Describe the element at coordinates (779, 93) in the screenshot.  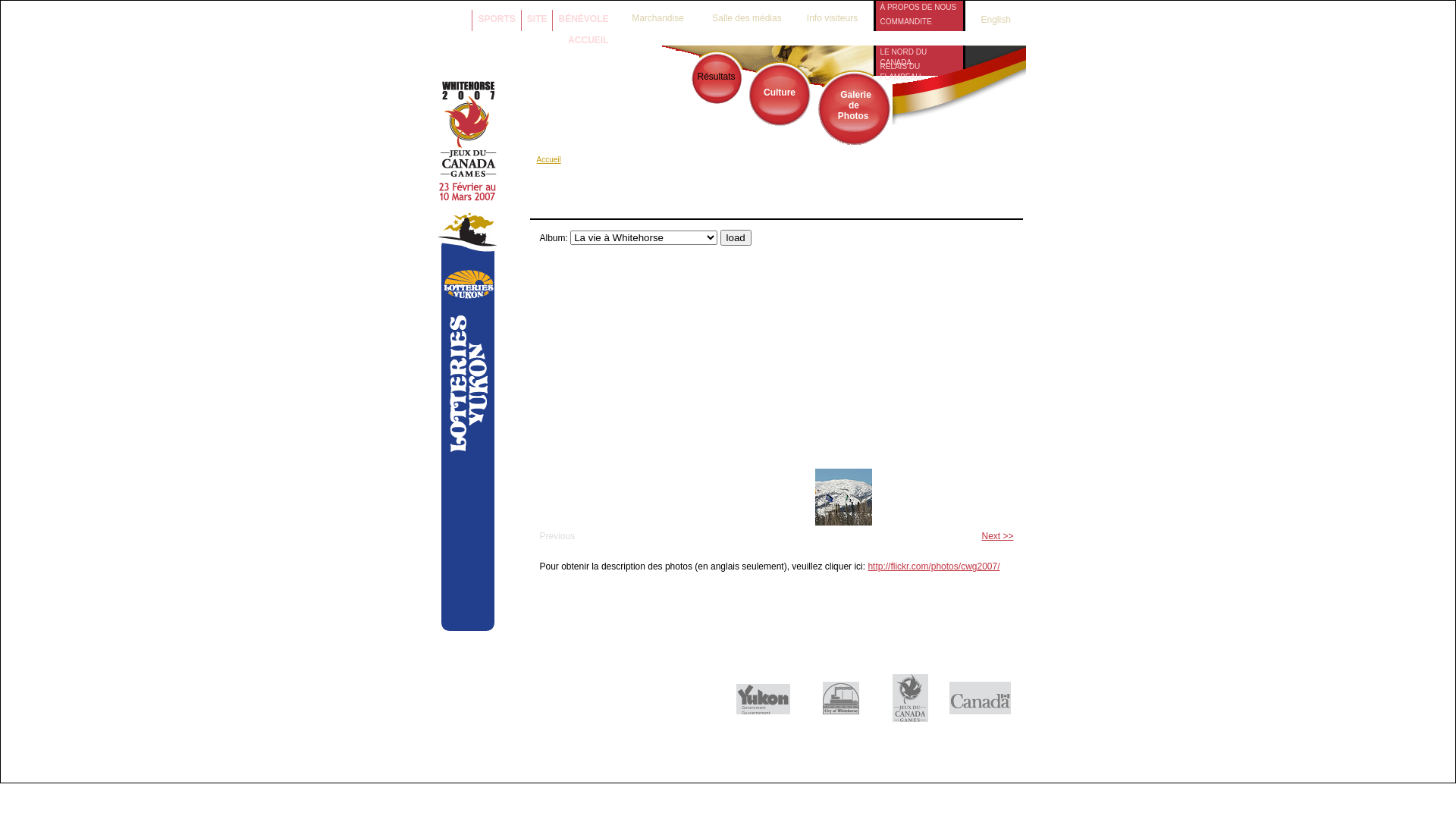
I see `'Culture'` at that location.